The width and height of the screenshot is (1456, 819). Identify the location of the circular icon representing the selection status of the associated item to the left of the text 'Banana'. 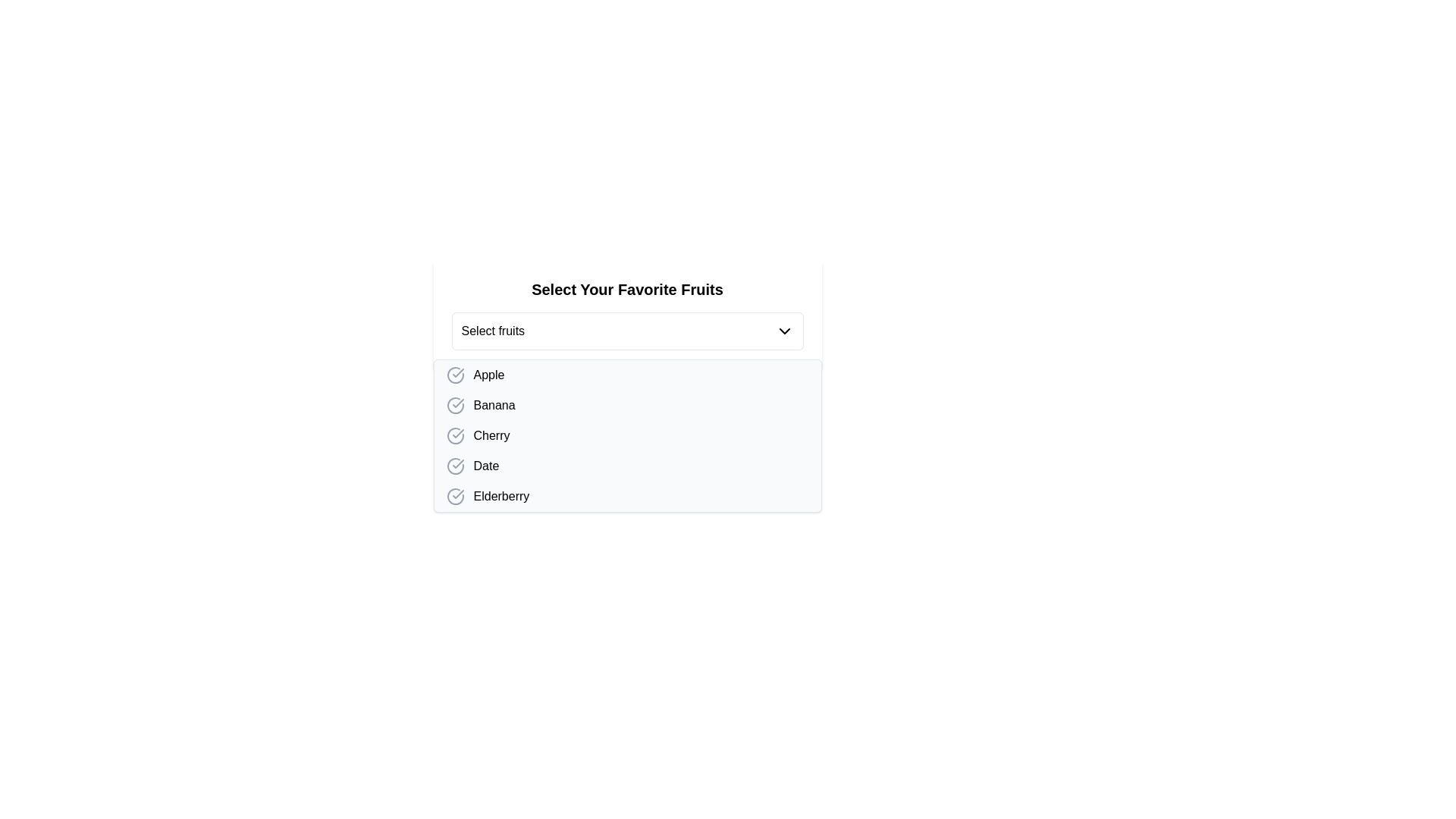
(454, 405).